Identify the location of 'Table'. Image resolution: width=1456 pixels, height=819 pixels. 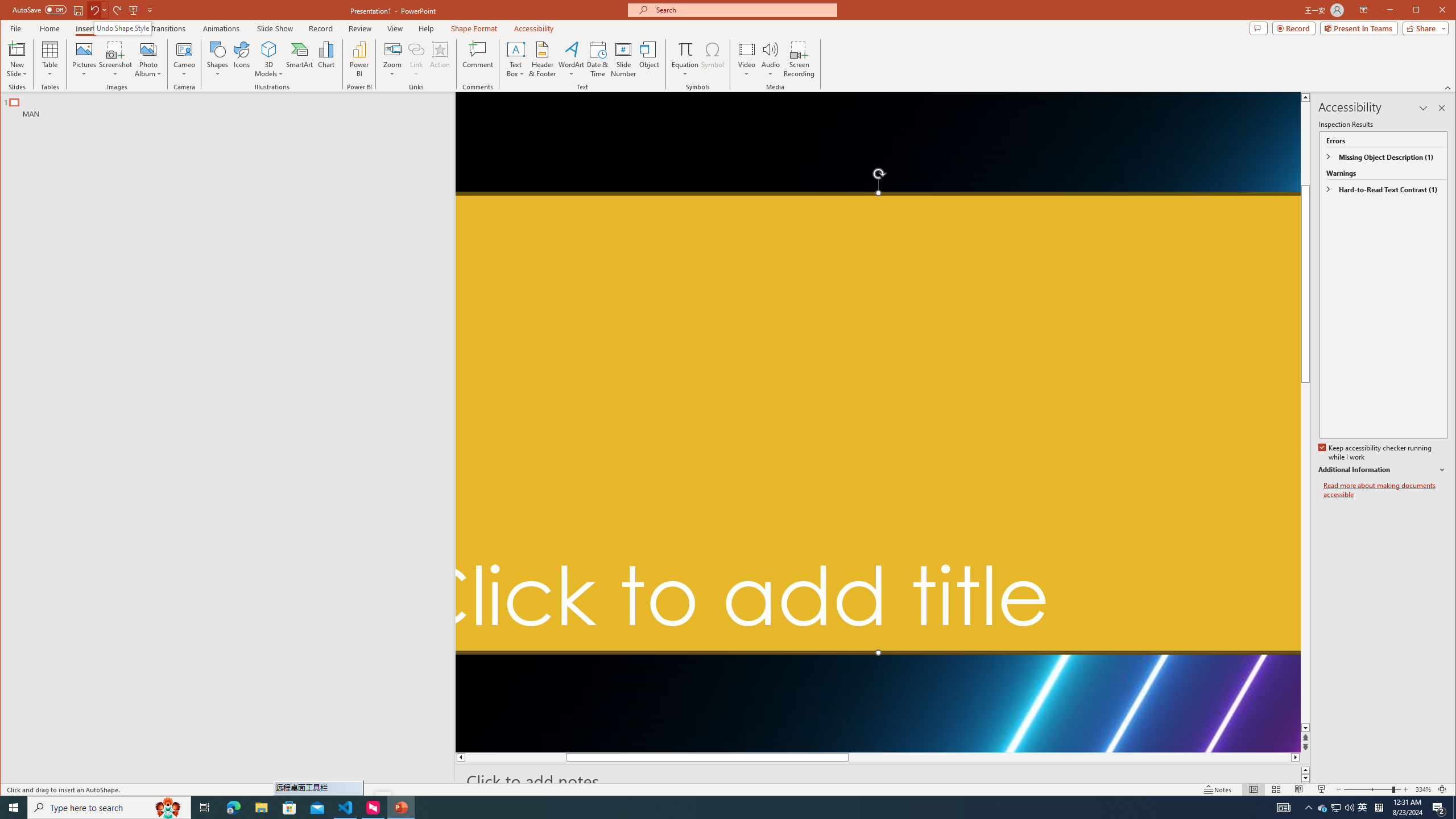
(49, 59).